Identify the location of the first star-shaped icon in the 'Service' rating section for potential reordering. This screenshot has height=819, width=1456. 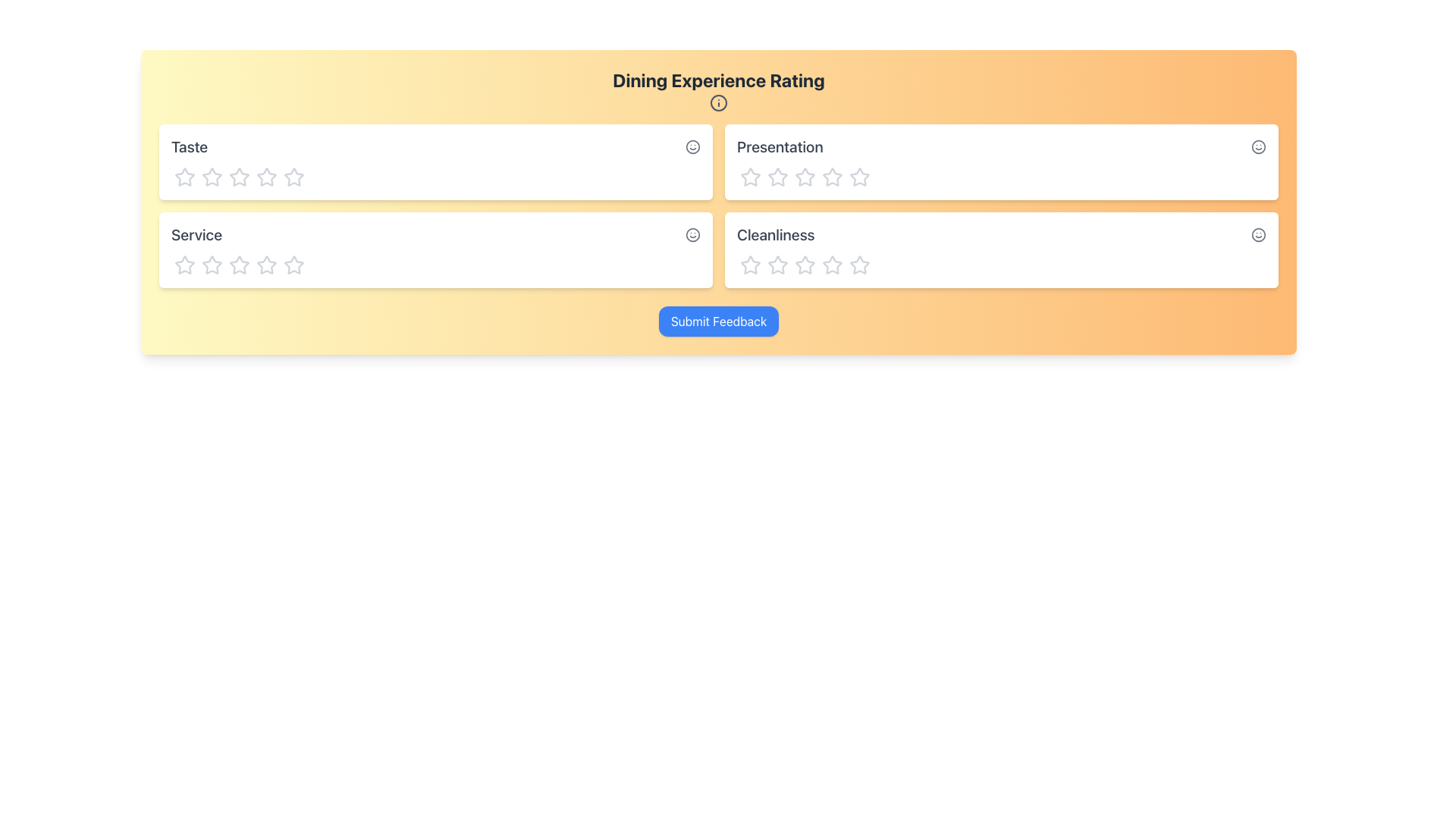
(184, 264).